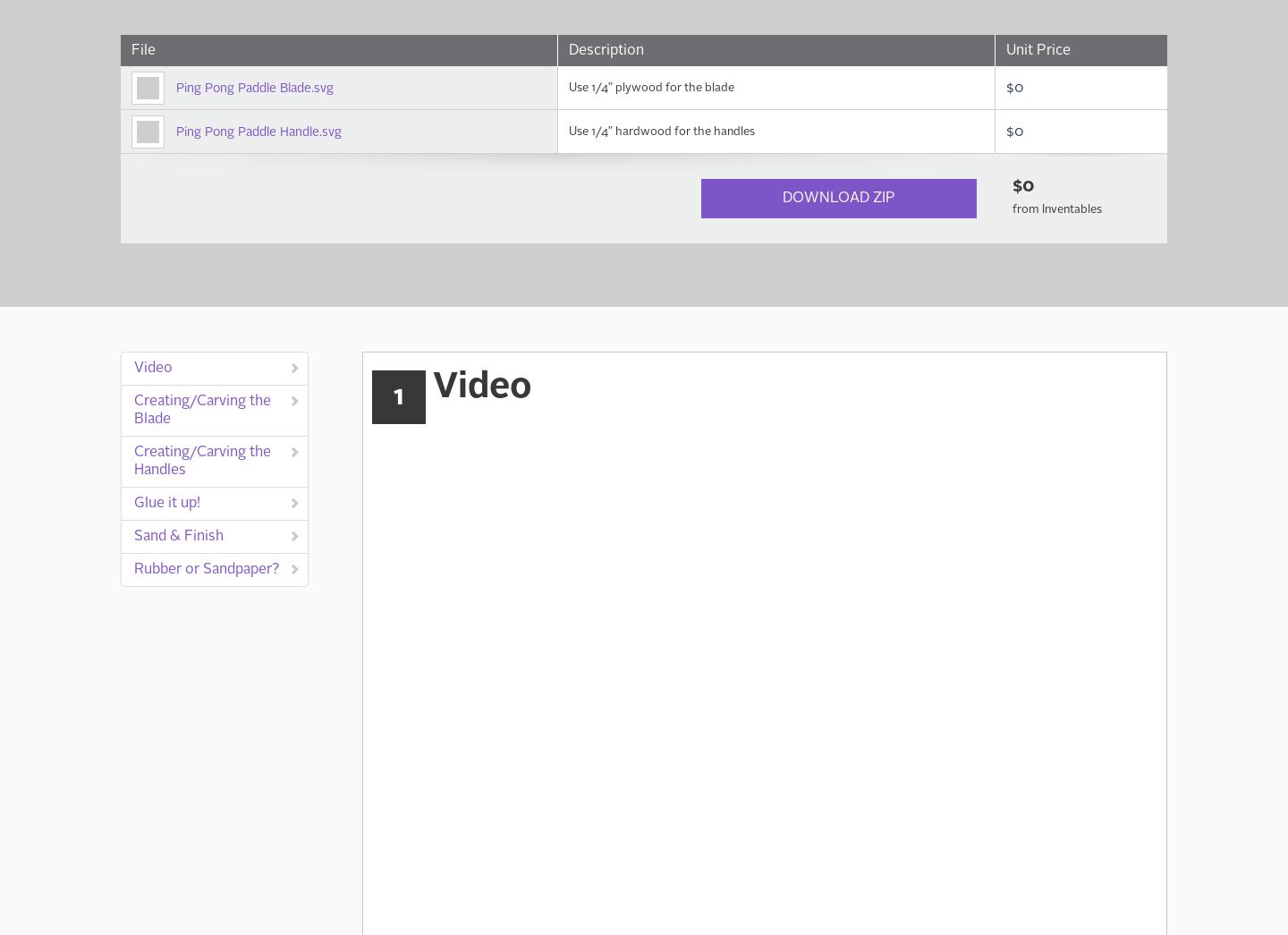 The image size is (1288, 935). I want to click on '1', so click(394, 397).